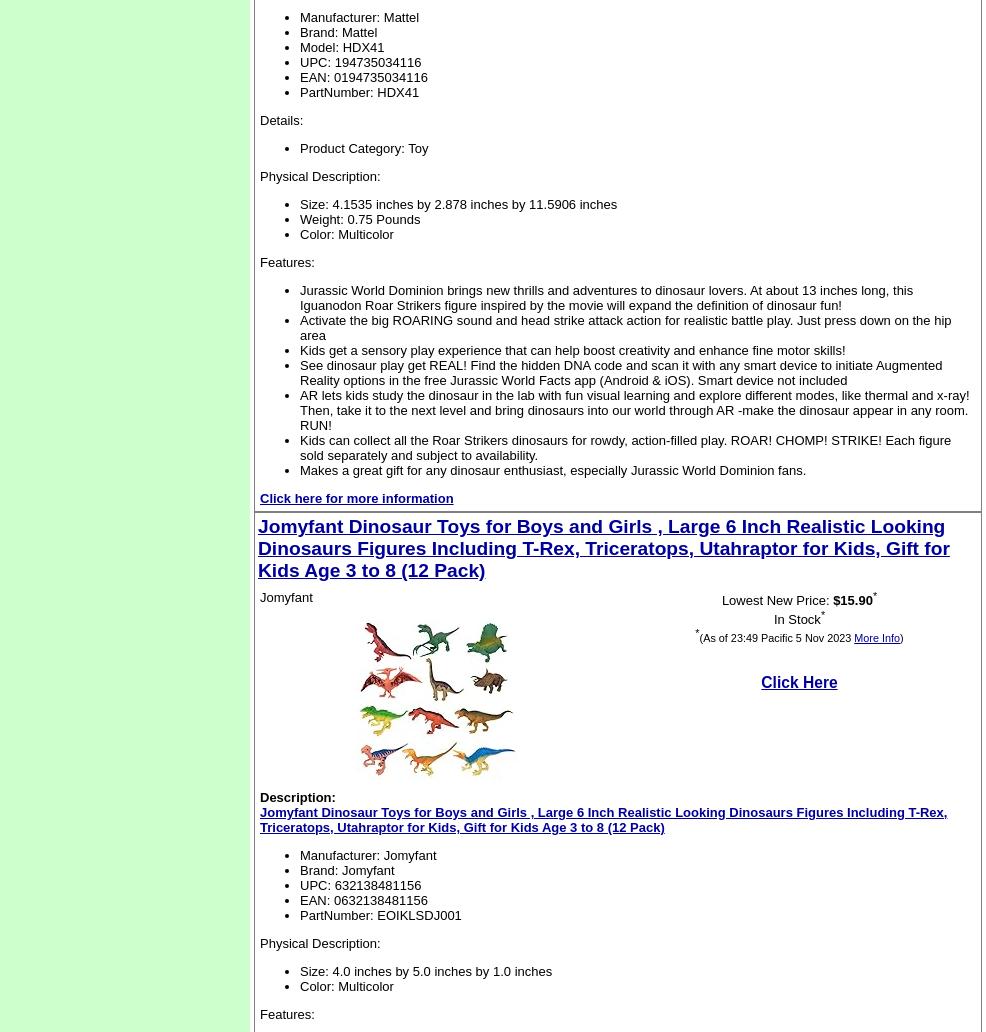 The height and width of the screenshot is (1032, 986). I want to click on 'In Stock', so click(773, 618).